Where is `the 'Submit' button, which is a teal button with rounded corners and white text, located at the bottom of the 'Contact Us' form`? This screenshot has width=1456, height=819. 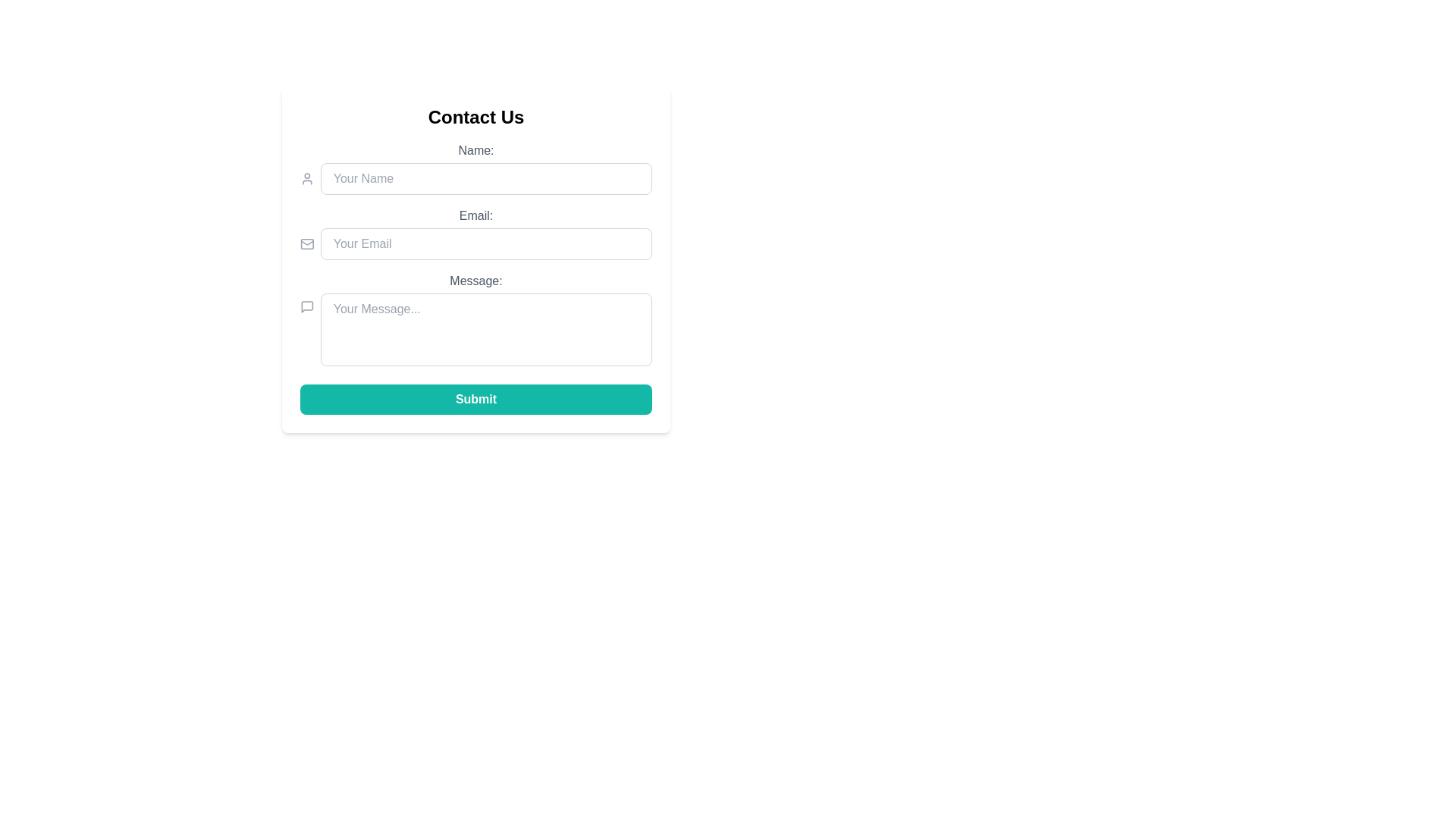
the 'Submit' button, which is a teal button with rounded corners and white text, located at the bottom of the 'Contact Us' form is located at coordinates (475, 399).